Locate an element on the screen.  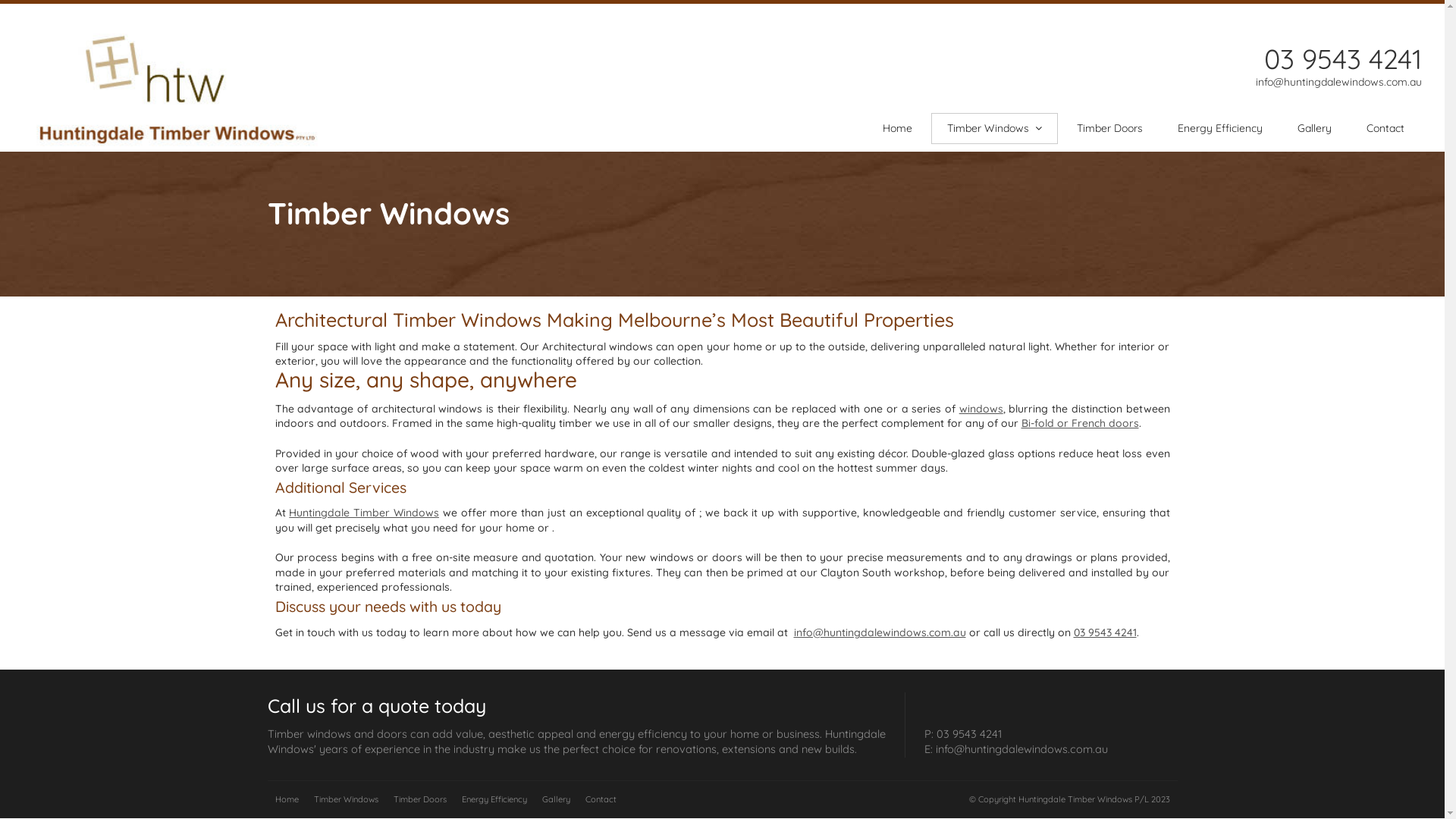
'Contact' is located at coordinates (1385, 127).